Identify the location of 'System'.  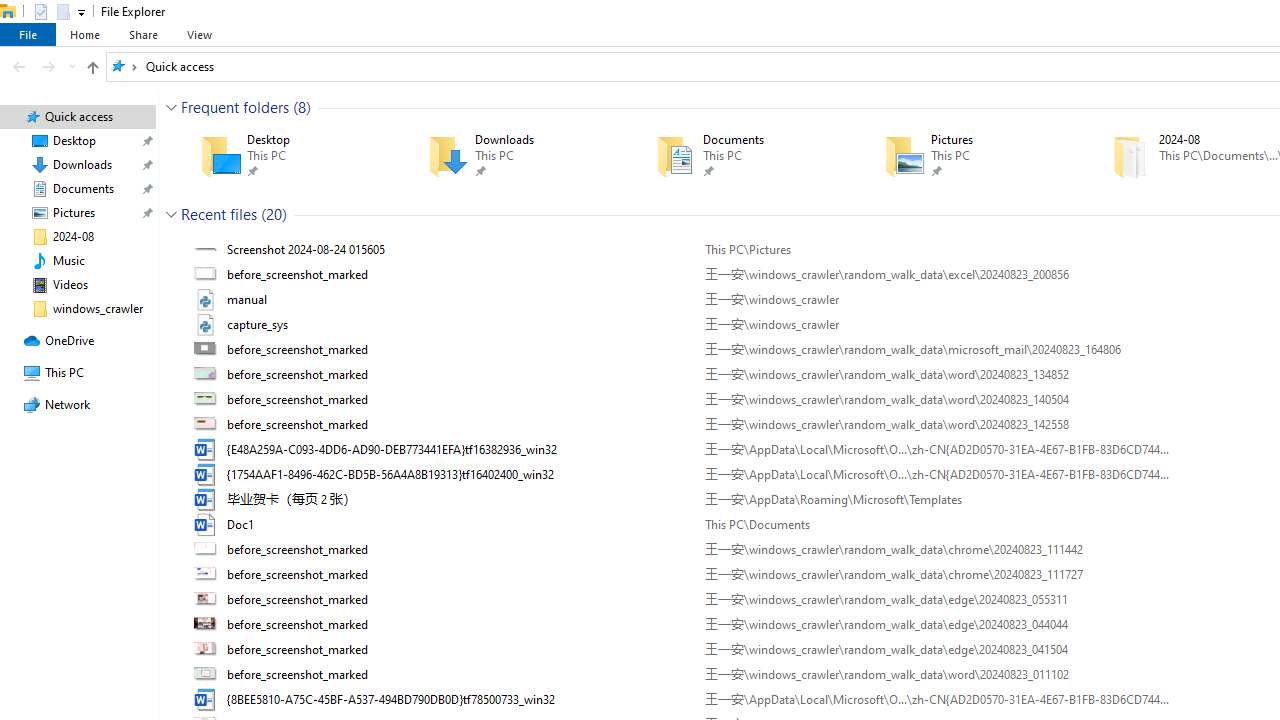
(10, 11).